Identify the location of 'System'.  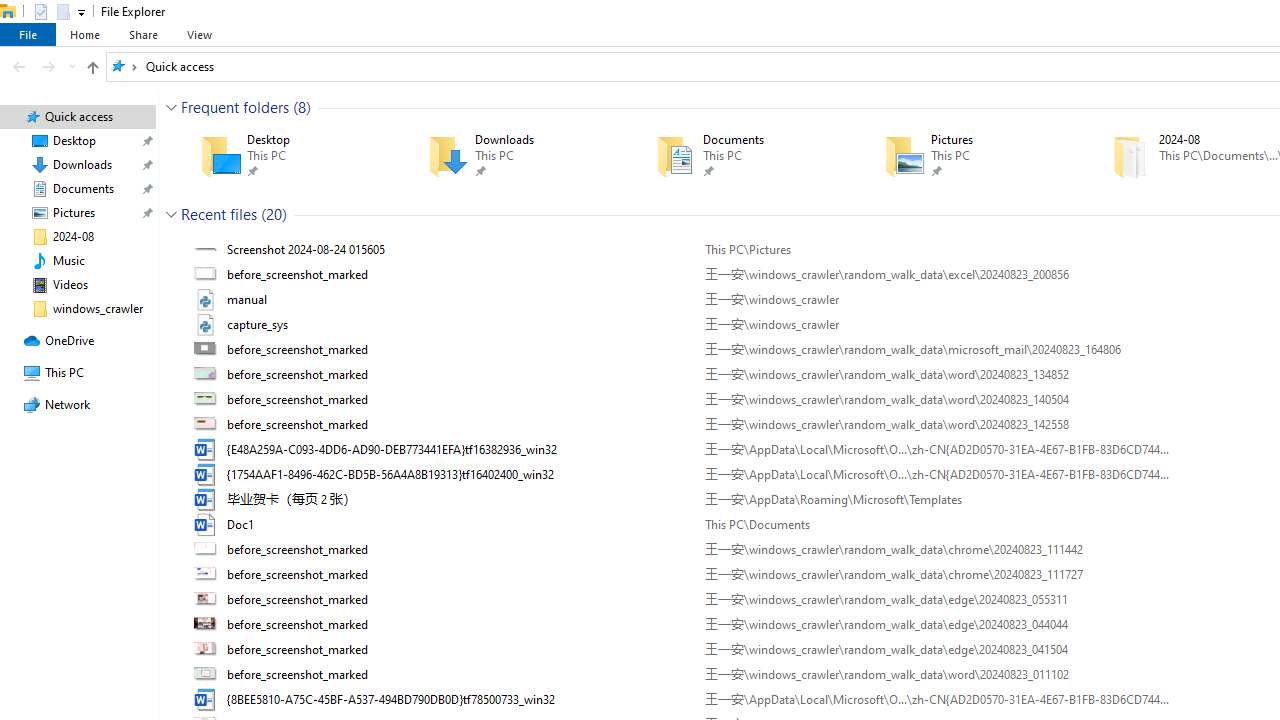
(10, 11).